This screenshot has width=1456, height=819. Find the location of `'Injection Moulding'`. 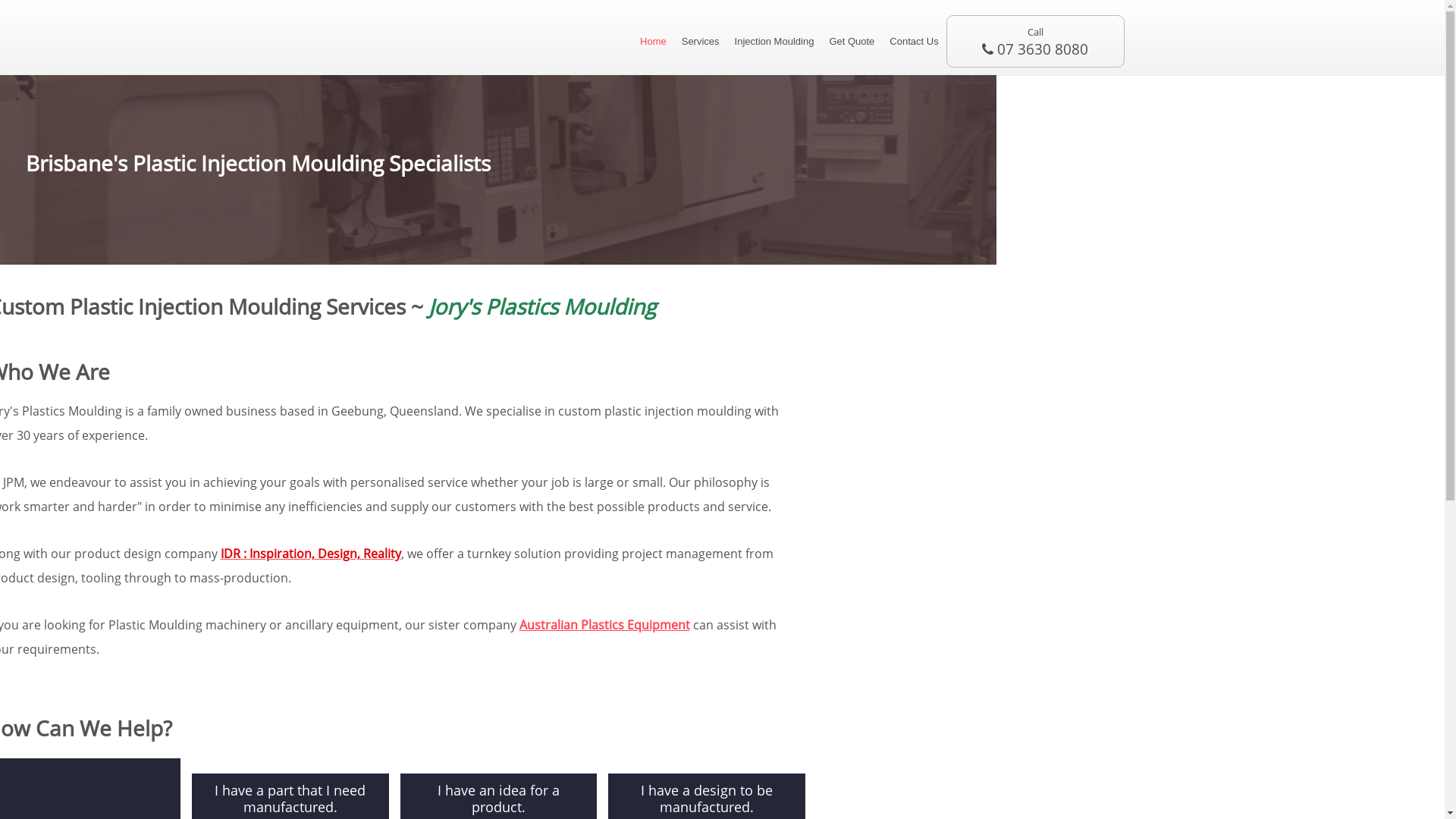

'Injection Moulding' is located at coordinates (774, 40).